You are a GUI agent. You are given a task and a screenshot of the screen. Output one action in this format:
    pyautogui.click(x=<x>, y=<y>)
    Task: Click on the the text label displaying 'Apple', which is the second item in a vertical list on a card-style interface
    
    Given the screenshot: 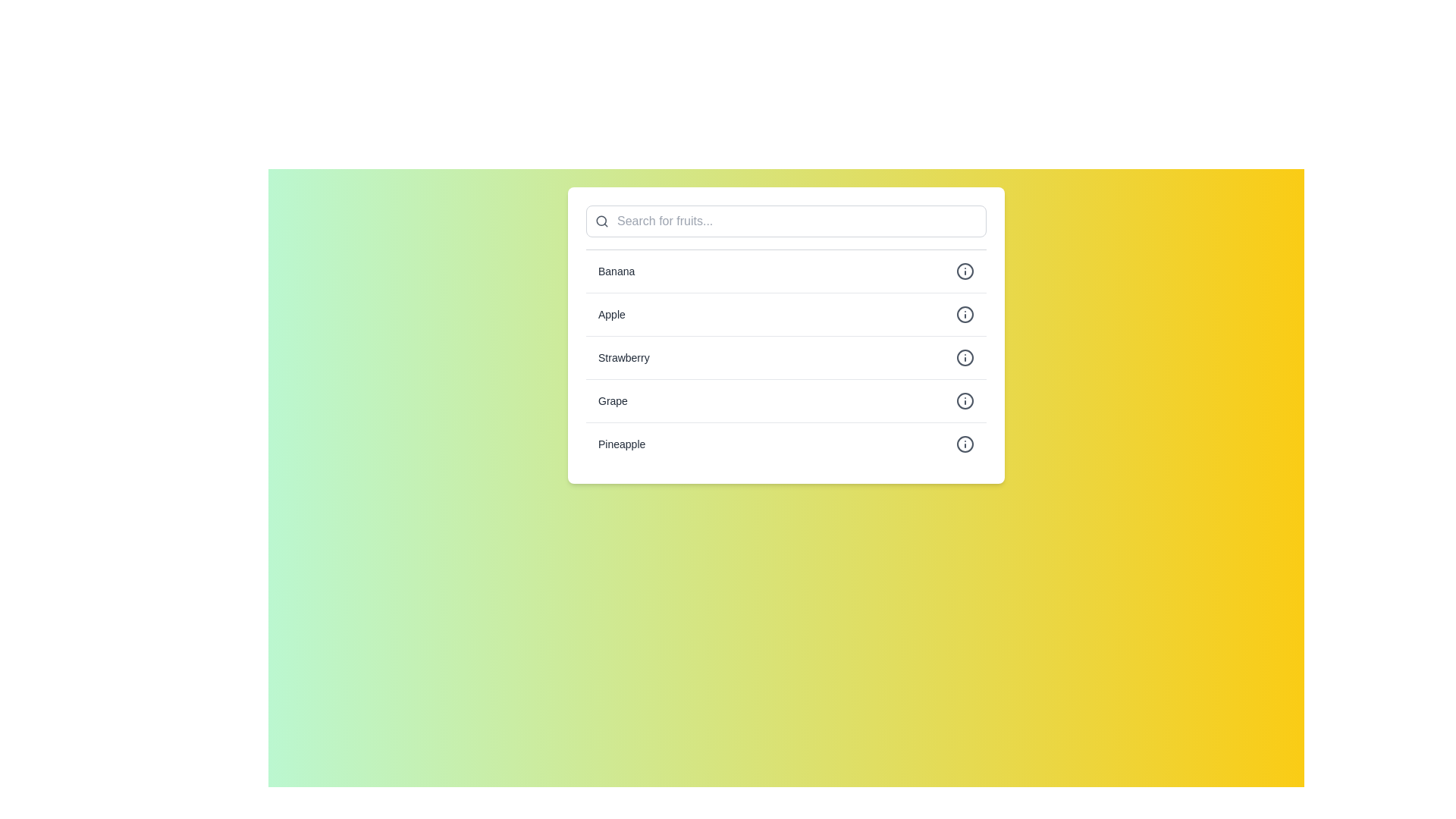 What is the action you would take?
    pyautogui.click(x=611, y=314)
    